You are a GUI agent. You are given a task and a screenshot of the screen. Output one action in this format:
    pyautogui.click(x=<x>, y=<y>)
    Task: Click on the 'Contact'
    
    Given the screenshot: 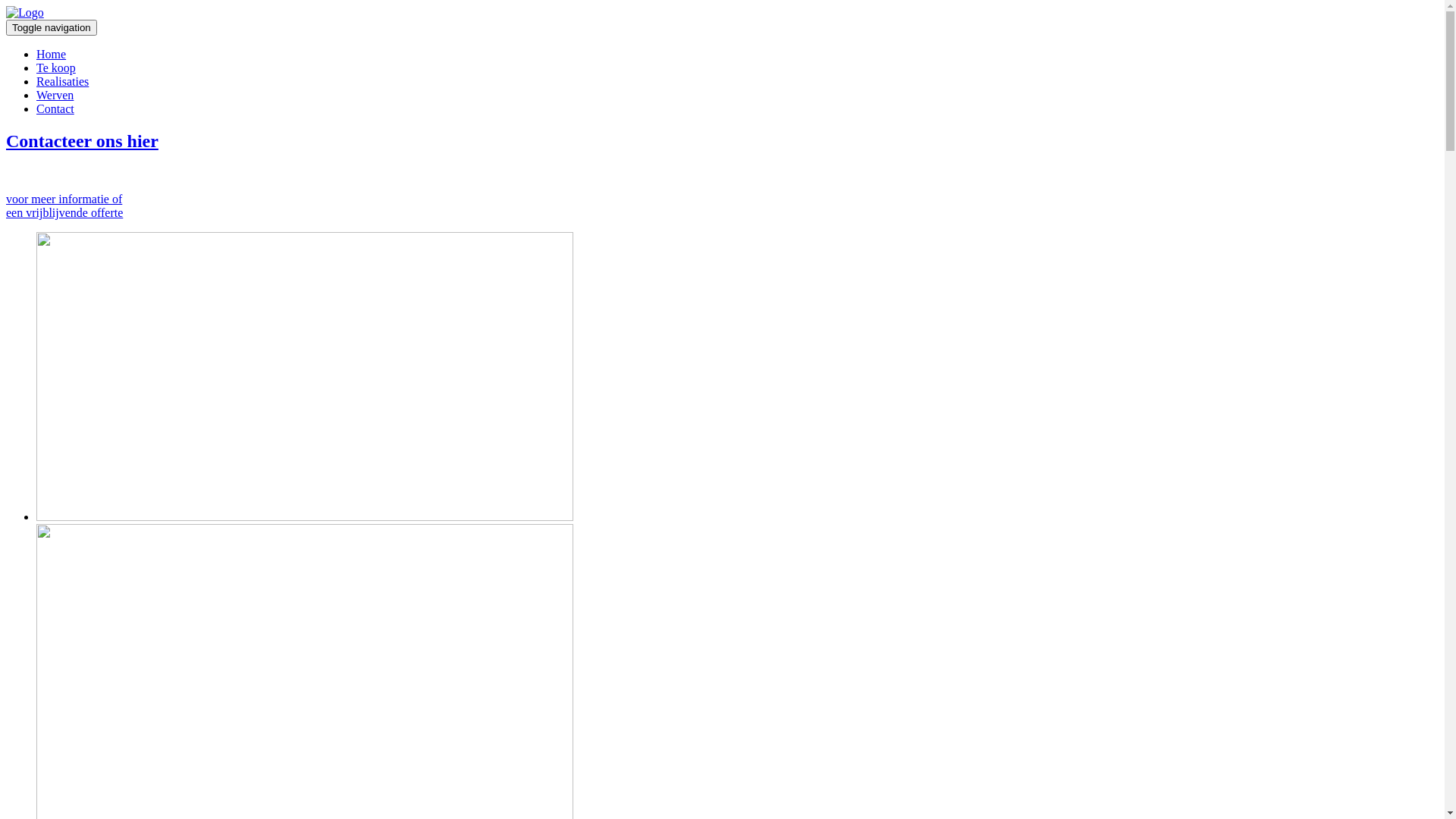 What is the action you would take?
    pyautogui.click(x=55, y=108)
    